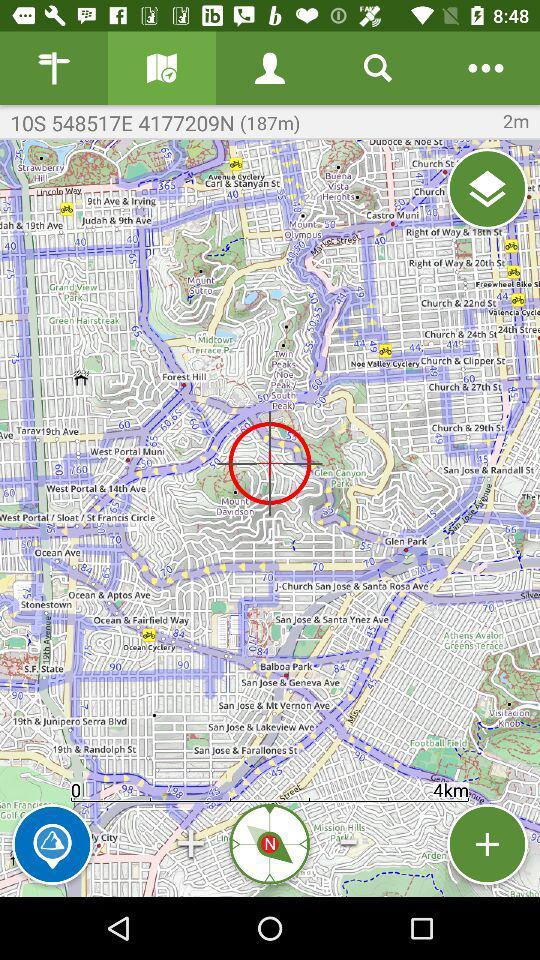  Describe the element at coordinates (270, 68) in the screenshot. I see `person` at that location.